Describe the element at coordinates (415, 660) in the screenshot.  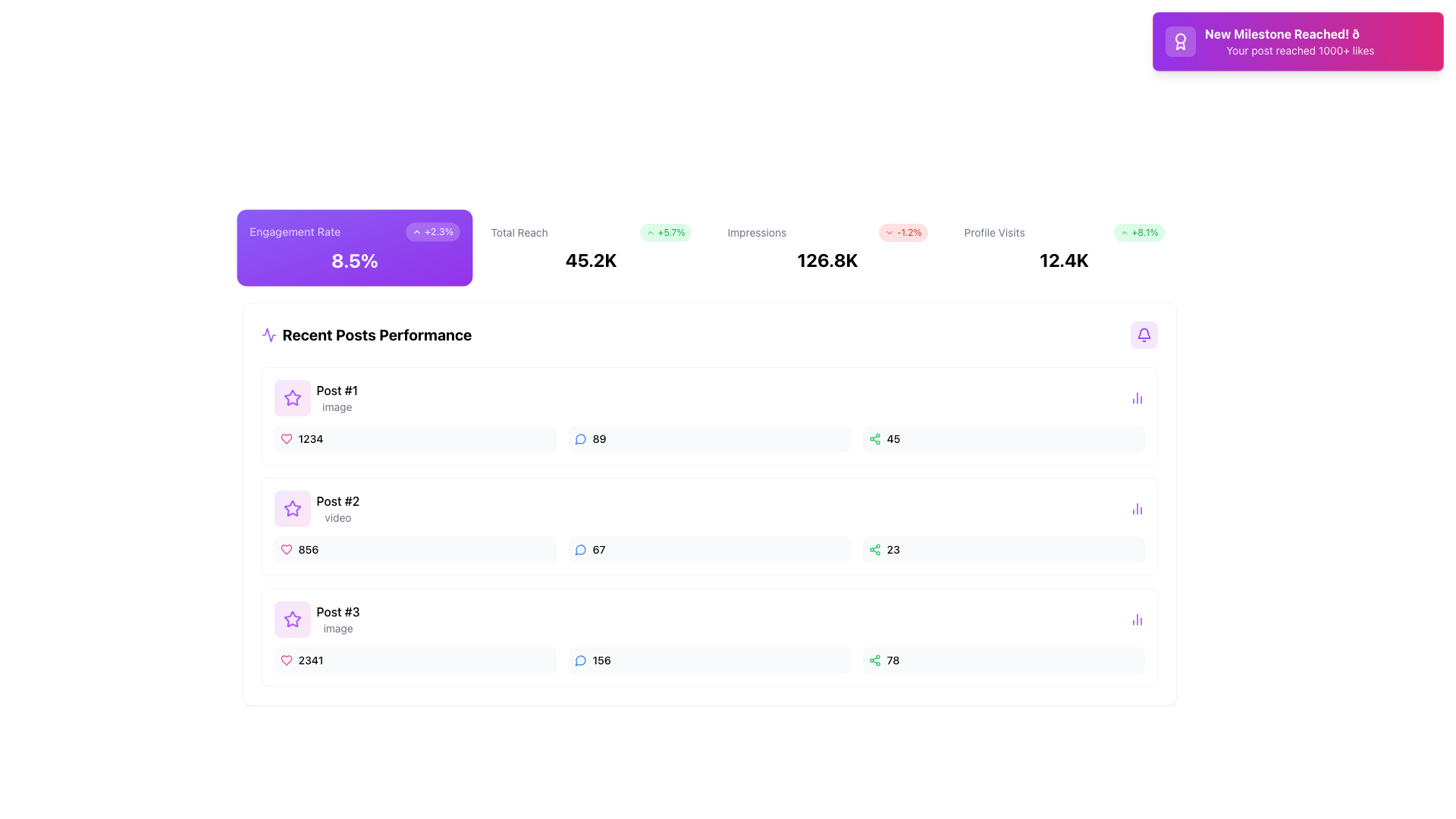
I see `the numeric value '2341' displayed next to the pink heart icon in the first item of the 'Recent Posts Performance' section` at that location.